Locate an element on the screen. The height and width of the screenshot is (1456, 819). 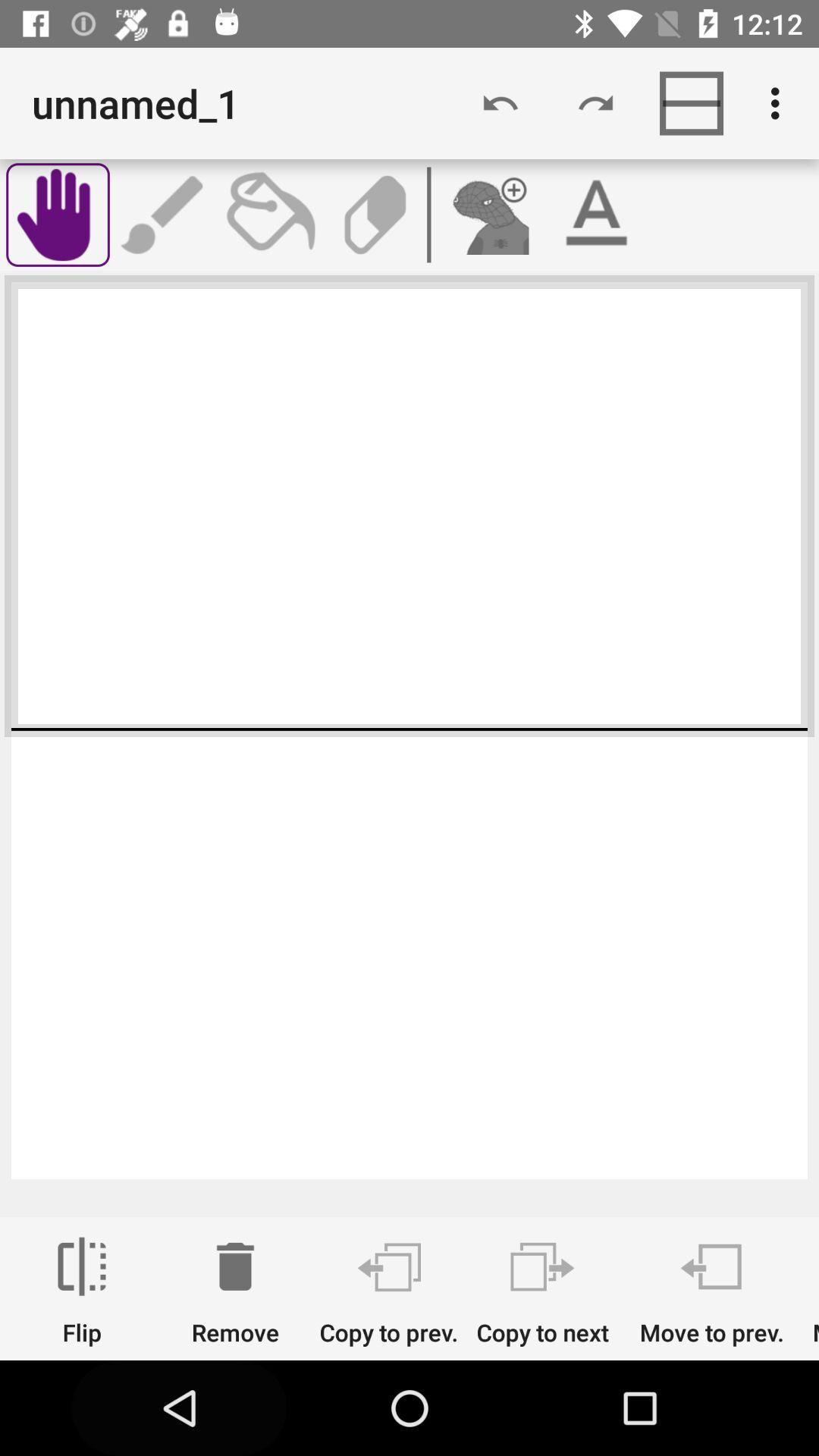
freehand draw is located at coordinates (57, 214).